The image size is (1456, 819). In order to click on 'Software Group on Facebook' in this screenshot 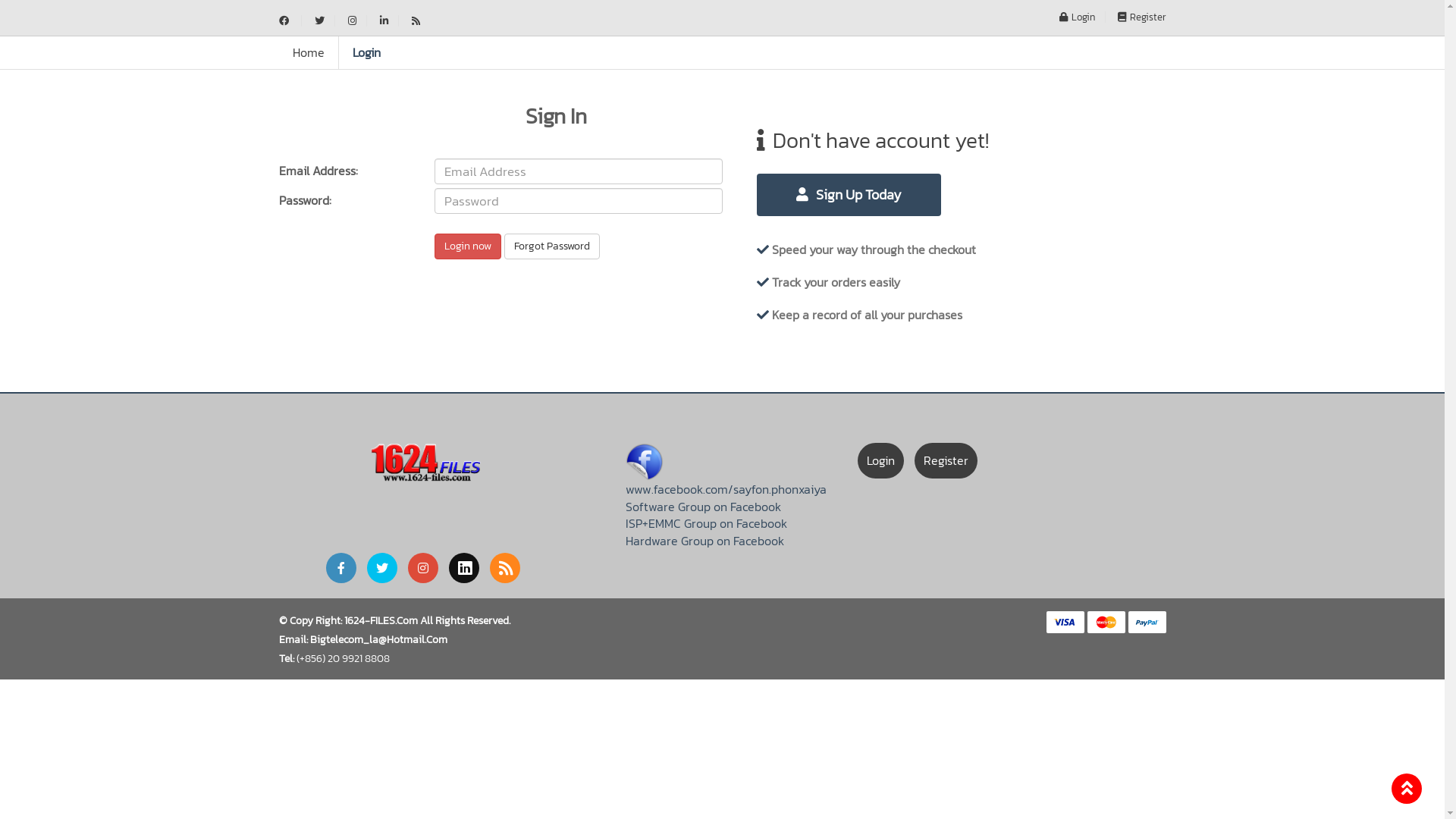, I will do `click(702, 506)`.